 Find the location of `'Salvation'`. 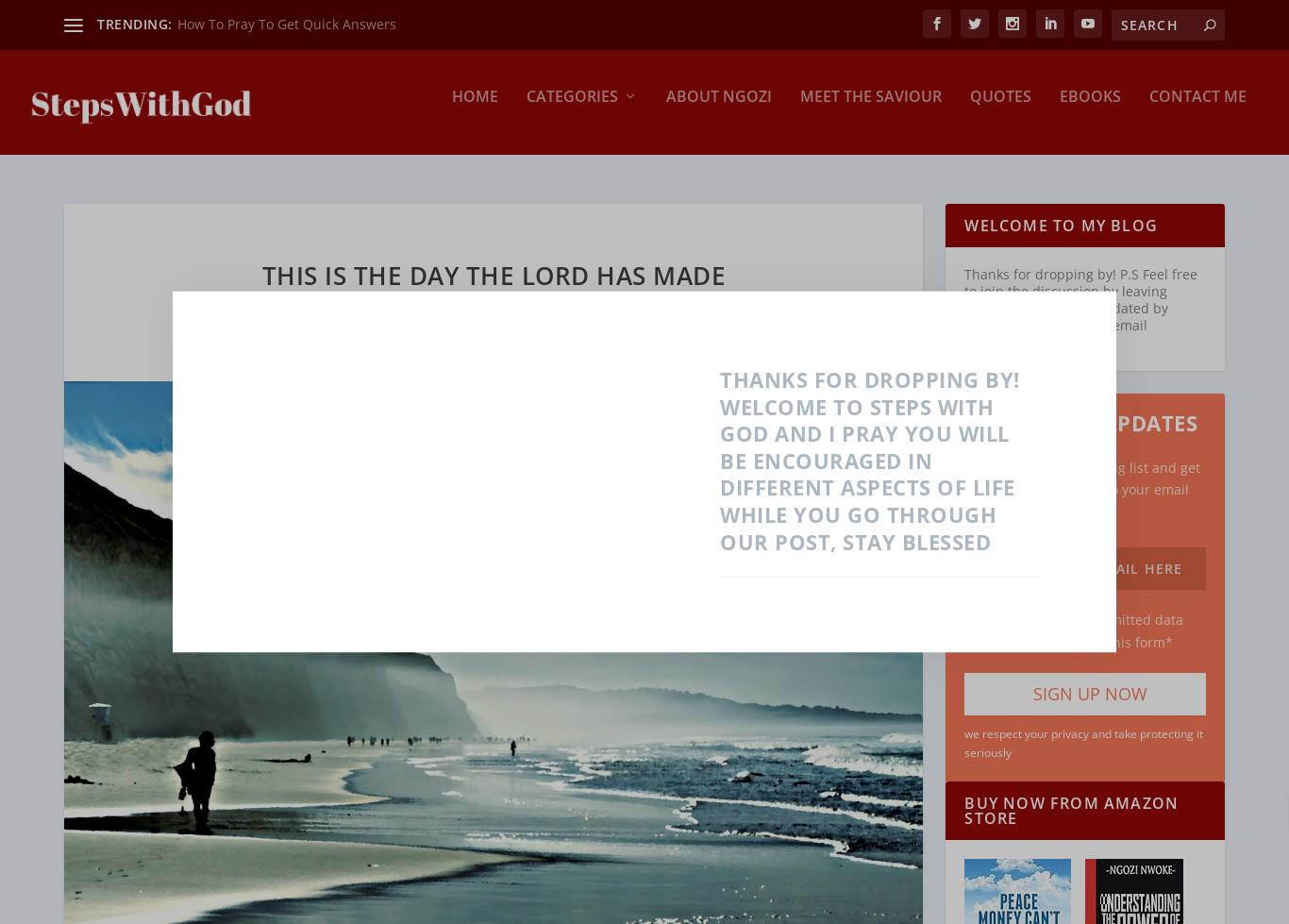

'Salvation' is located at coordinates (699, 229).